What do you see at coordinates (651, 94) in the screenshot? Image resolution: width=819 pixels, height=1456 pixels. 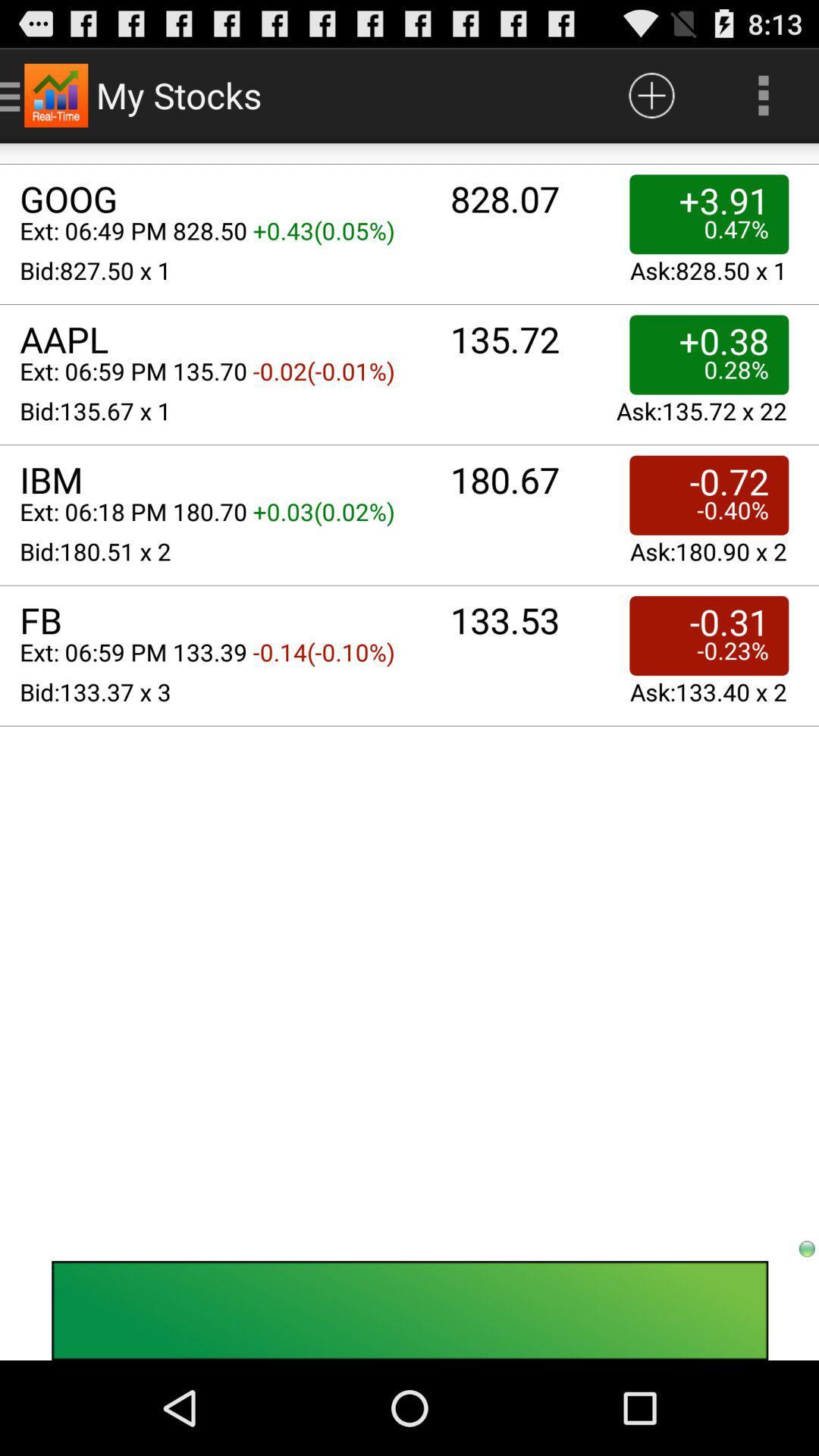 I see `clicking on this button would give the use more information` at bounding box center [651, 94].